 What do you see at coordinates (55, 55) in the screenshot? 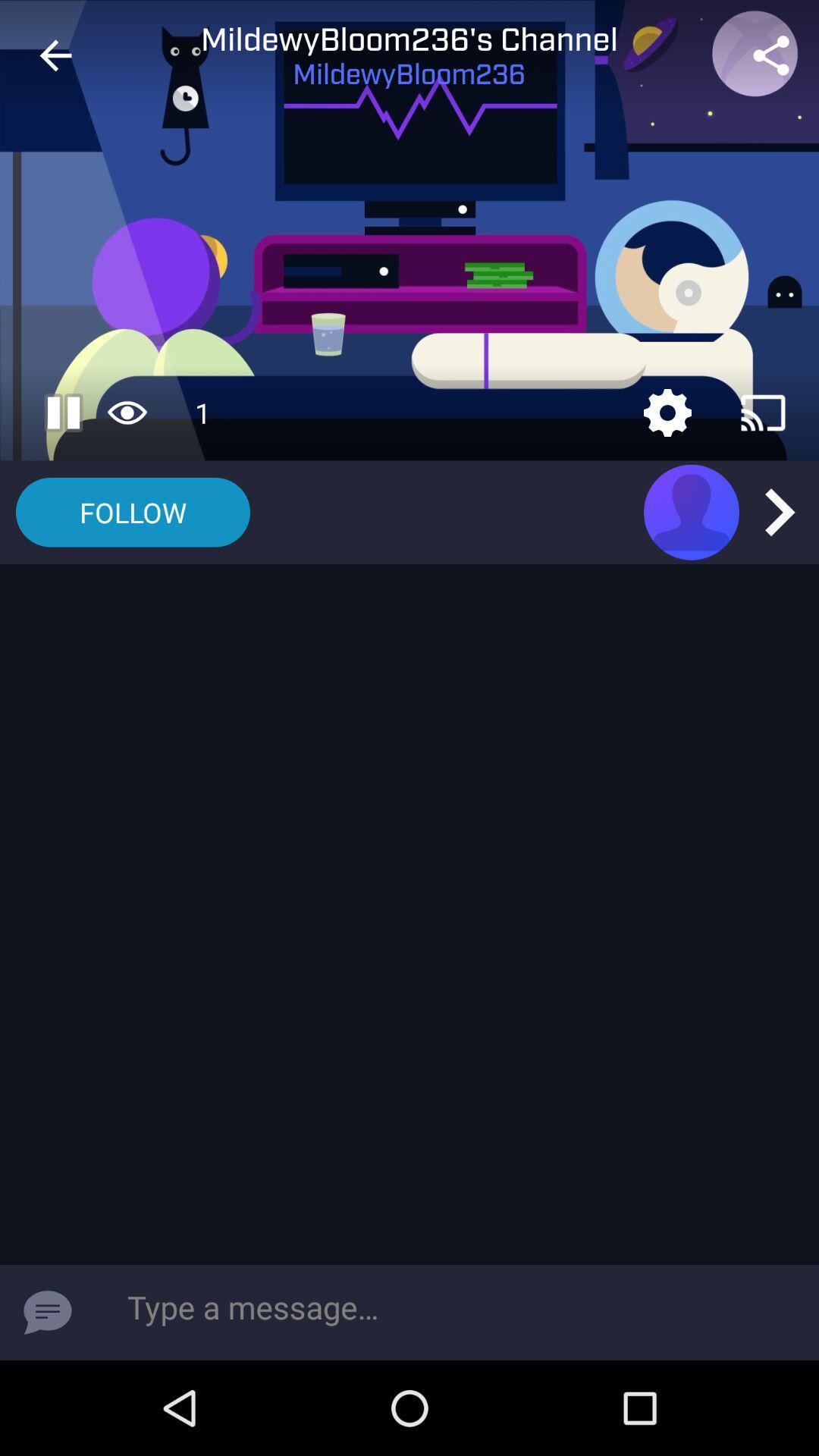
I see `the item next to mildewybloom236's channel icon` at bounding box center [55, 55].